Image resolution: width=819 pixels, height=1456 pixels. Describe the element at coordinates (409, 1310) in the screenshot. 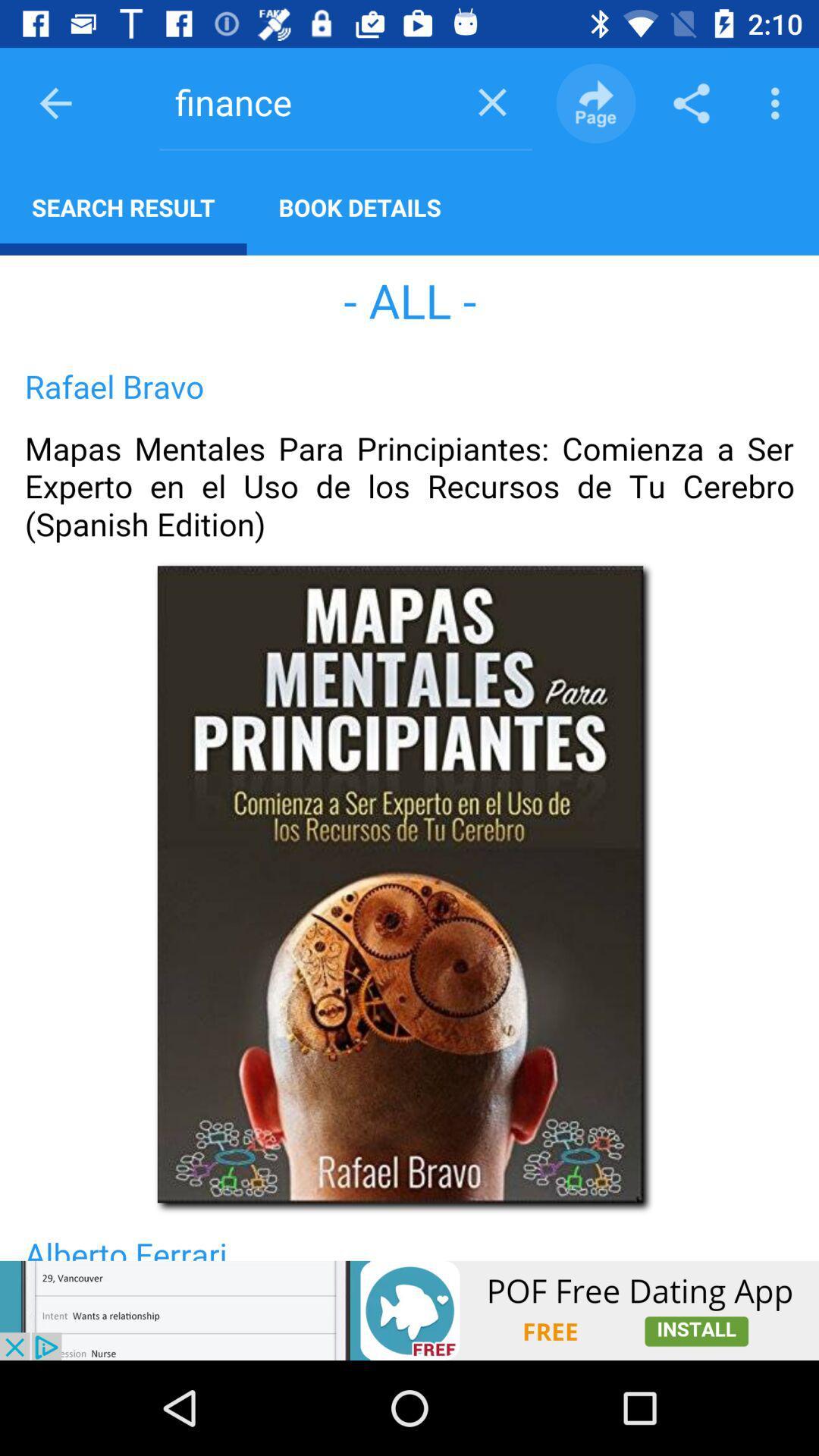

I see `visit sponsor advertisement` at that location.